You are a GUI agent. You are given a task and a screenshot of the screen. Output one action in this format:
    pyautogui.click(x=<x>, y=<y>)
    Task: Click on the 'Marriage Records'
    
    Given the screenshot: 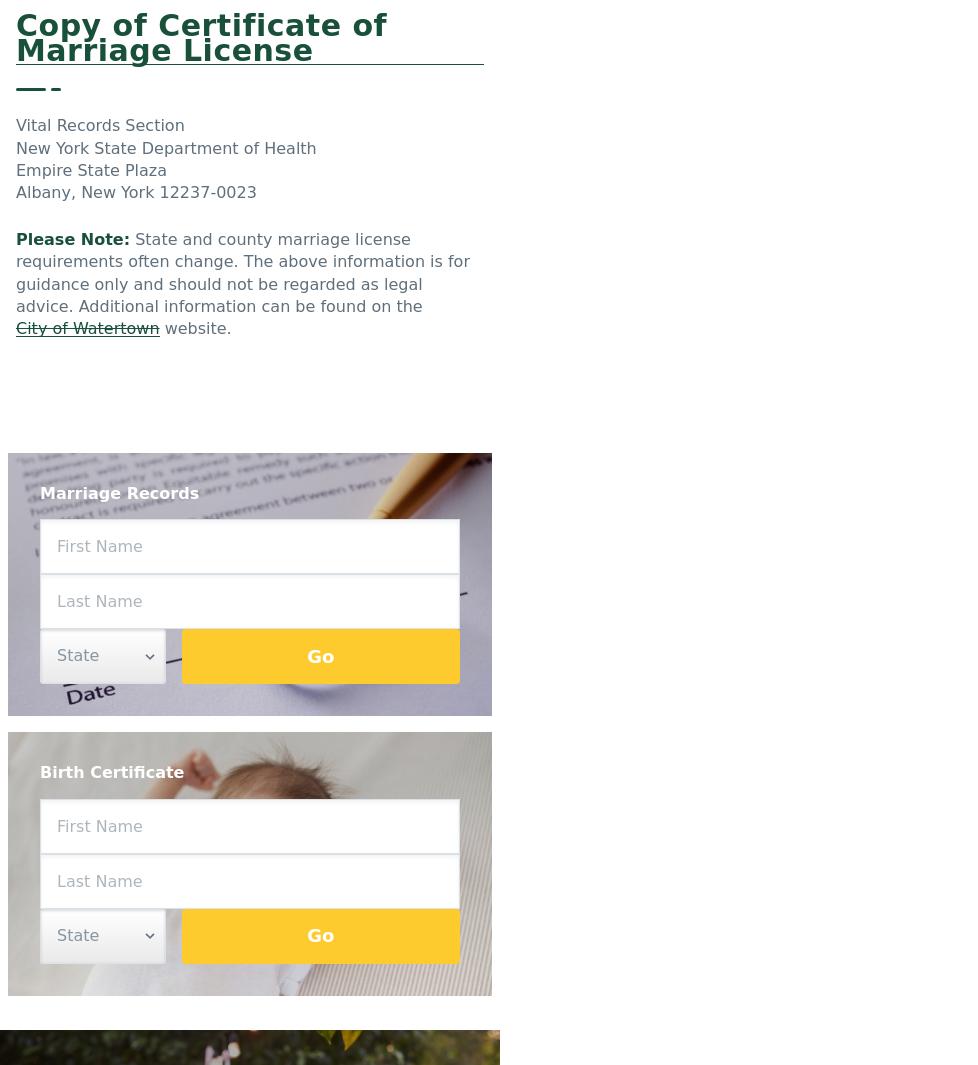 What is the action you would take?
    pyautogui.click(x=40, y=491)
    